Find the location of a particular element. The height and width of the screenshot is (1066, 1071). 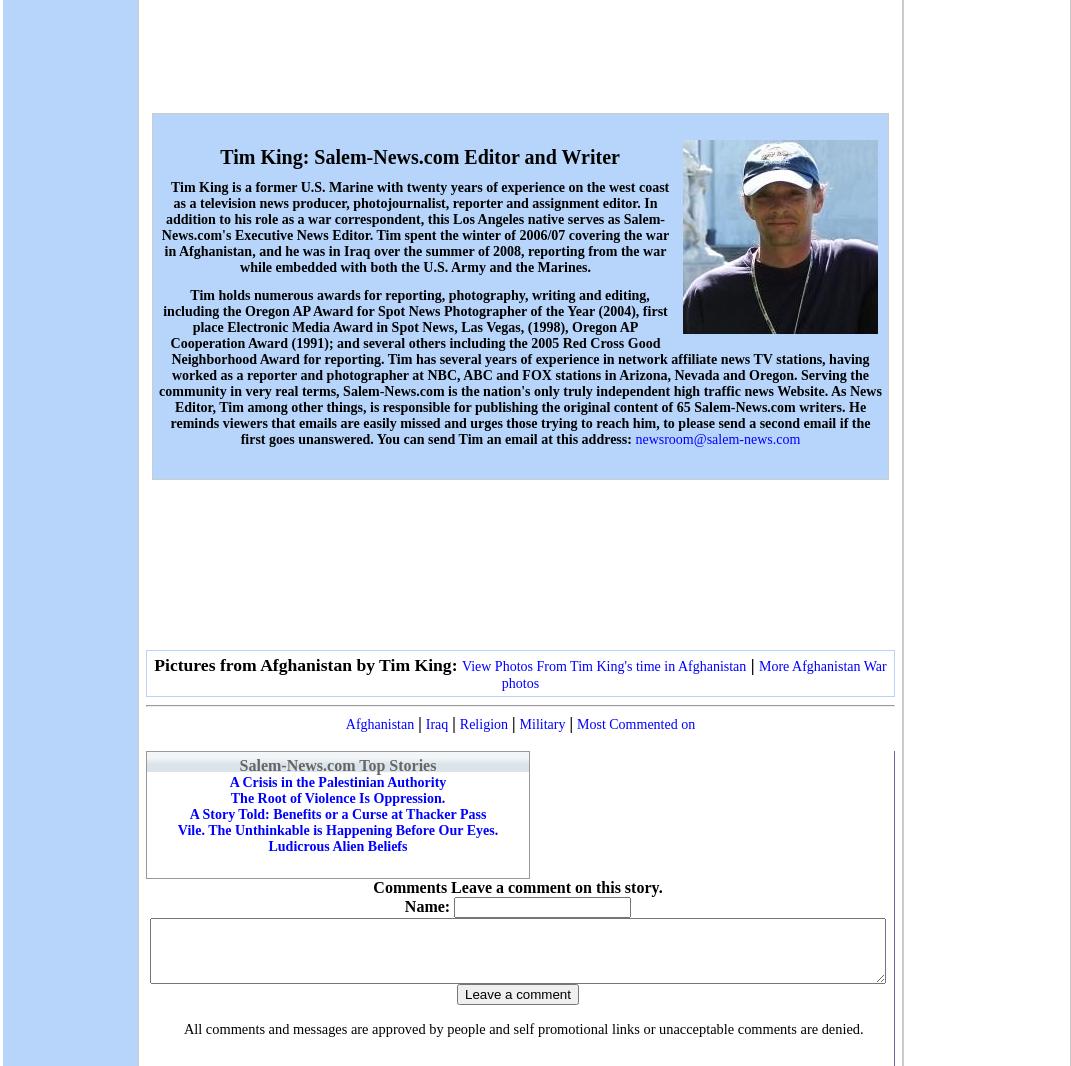

'Ludicrous Alien Beliefs' is located at coordinates (336, 845).